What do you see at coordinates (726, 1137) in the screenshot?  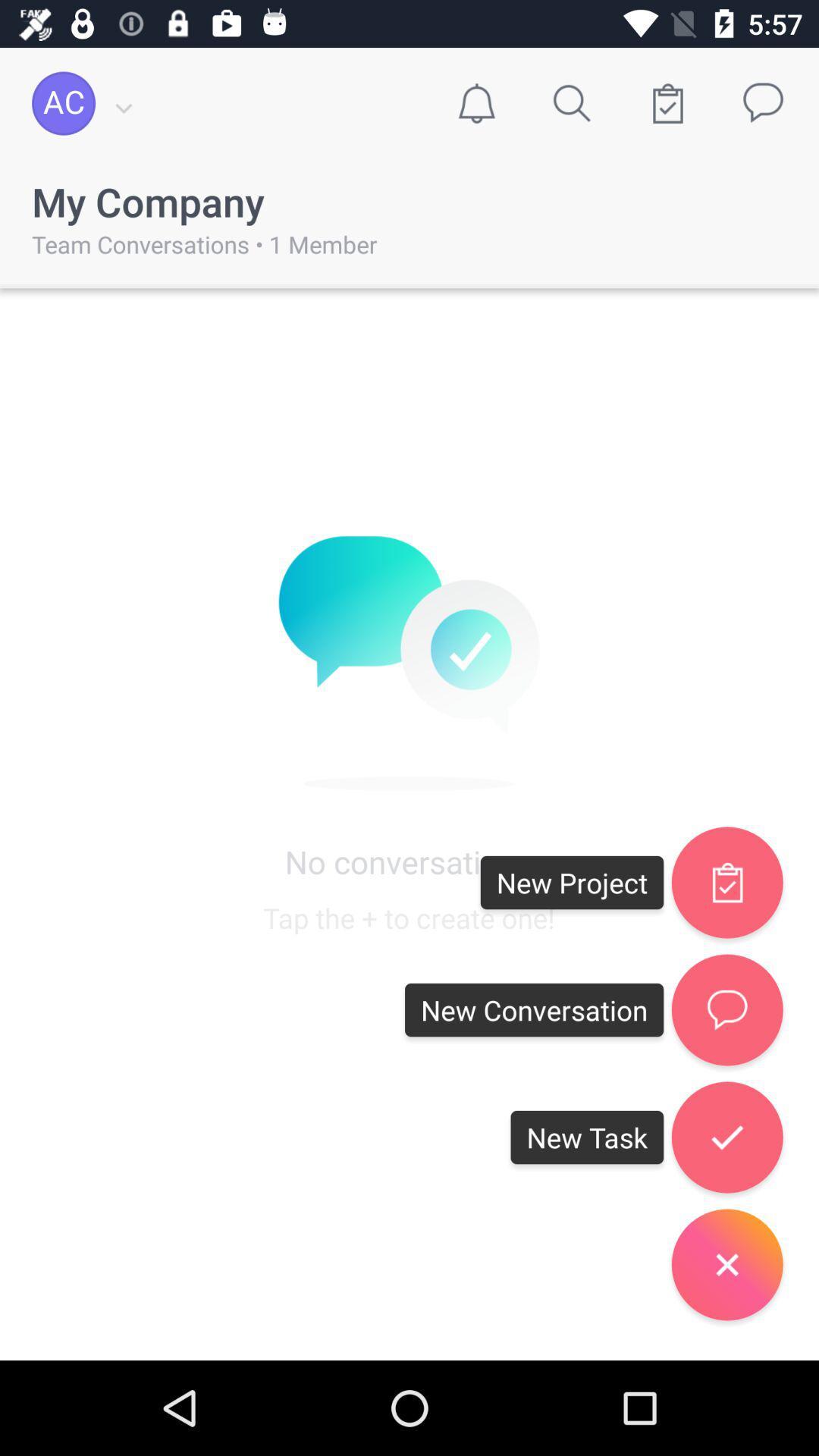 I see `the check icon` at bounding box center [726, 1137].